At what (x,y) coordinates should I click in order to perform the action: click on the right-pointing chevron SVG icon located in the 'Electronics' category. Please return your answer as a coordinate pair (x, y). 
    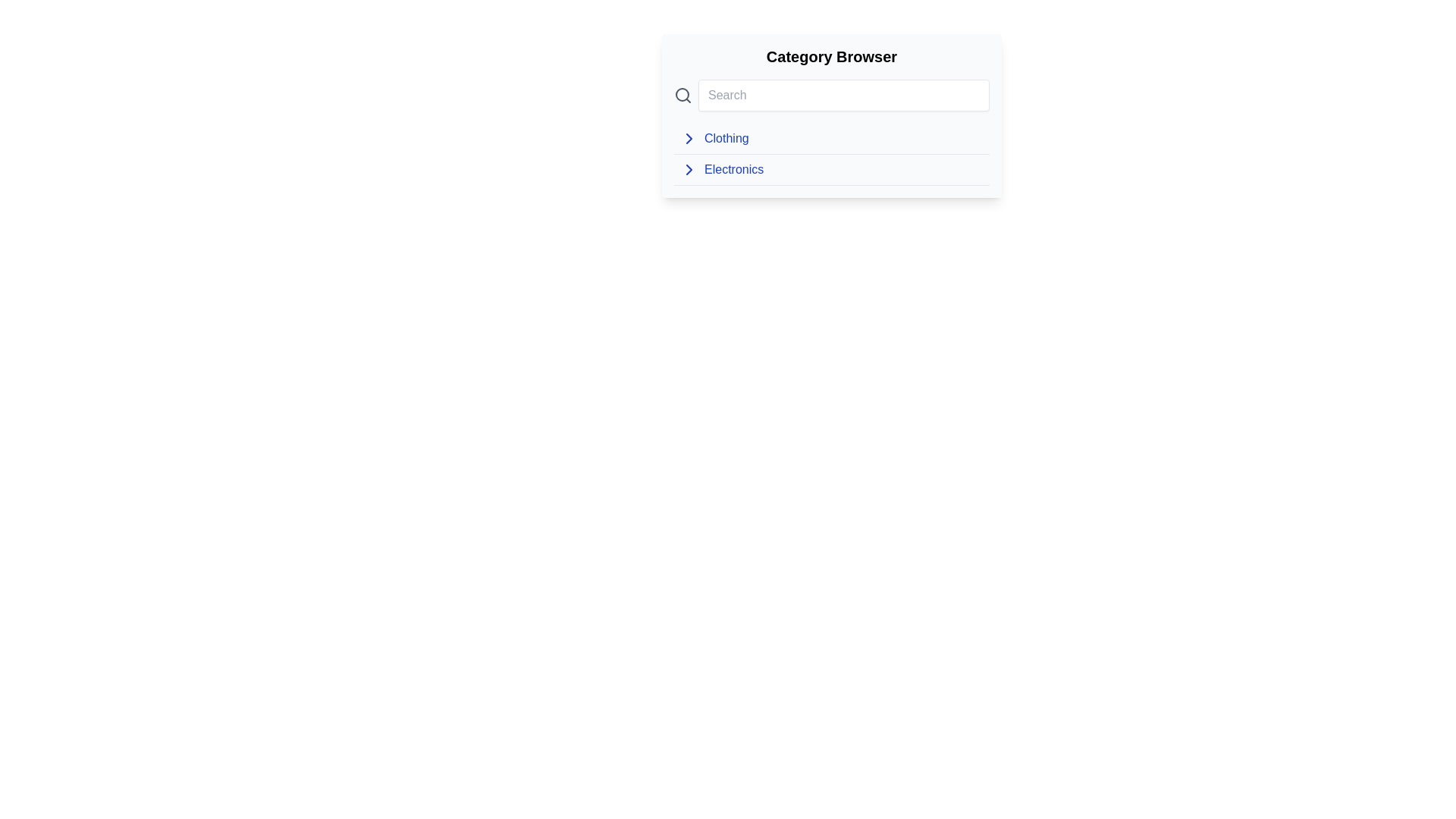
    Looking at the image, I should click on (688, 138).